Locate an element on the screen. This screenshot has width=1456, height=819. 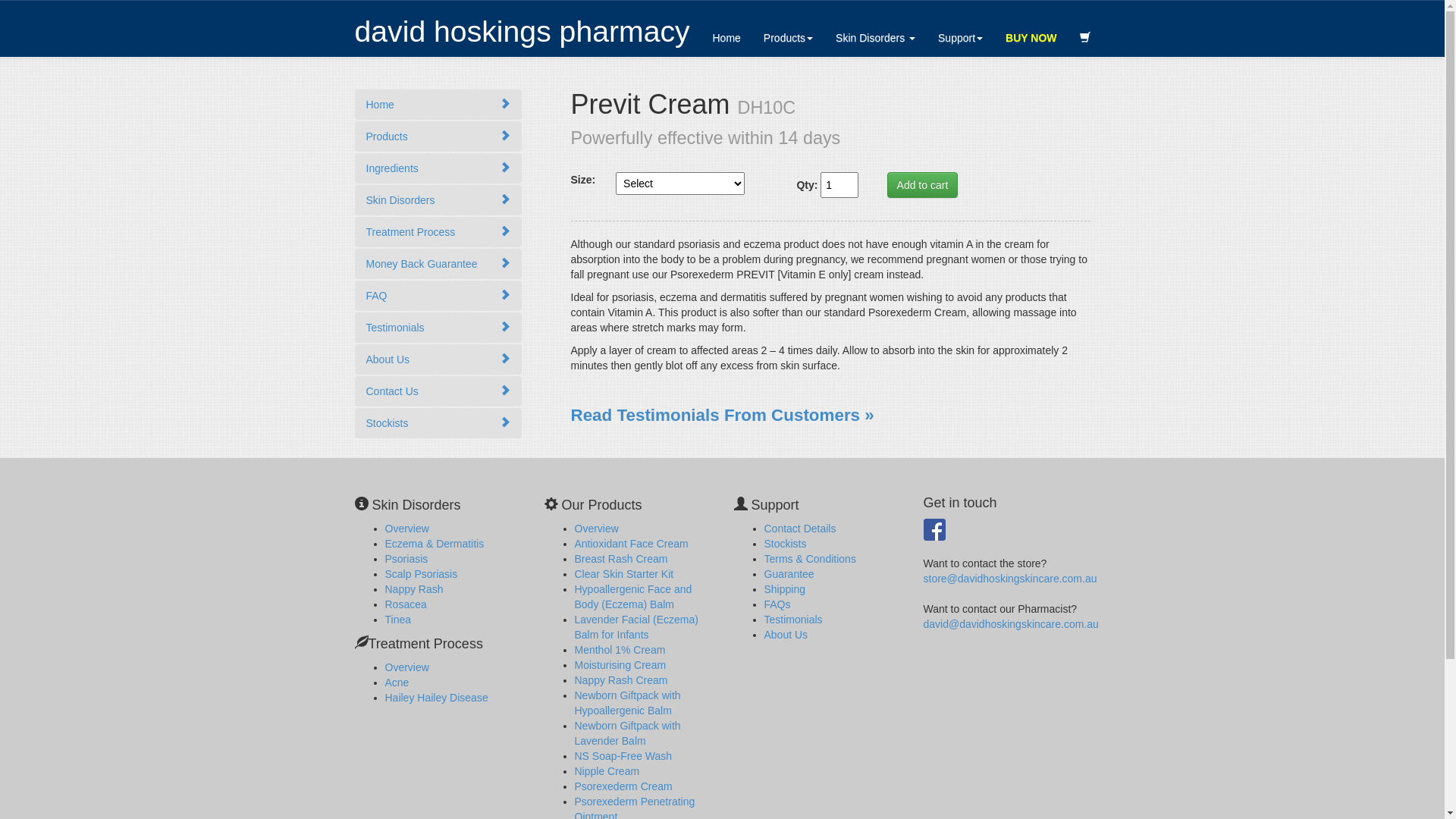
'Psorexederm Cream' is located at coordinates (623, 786).